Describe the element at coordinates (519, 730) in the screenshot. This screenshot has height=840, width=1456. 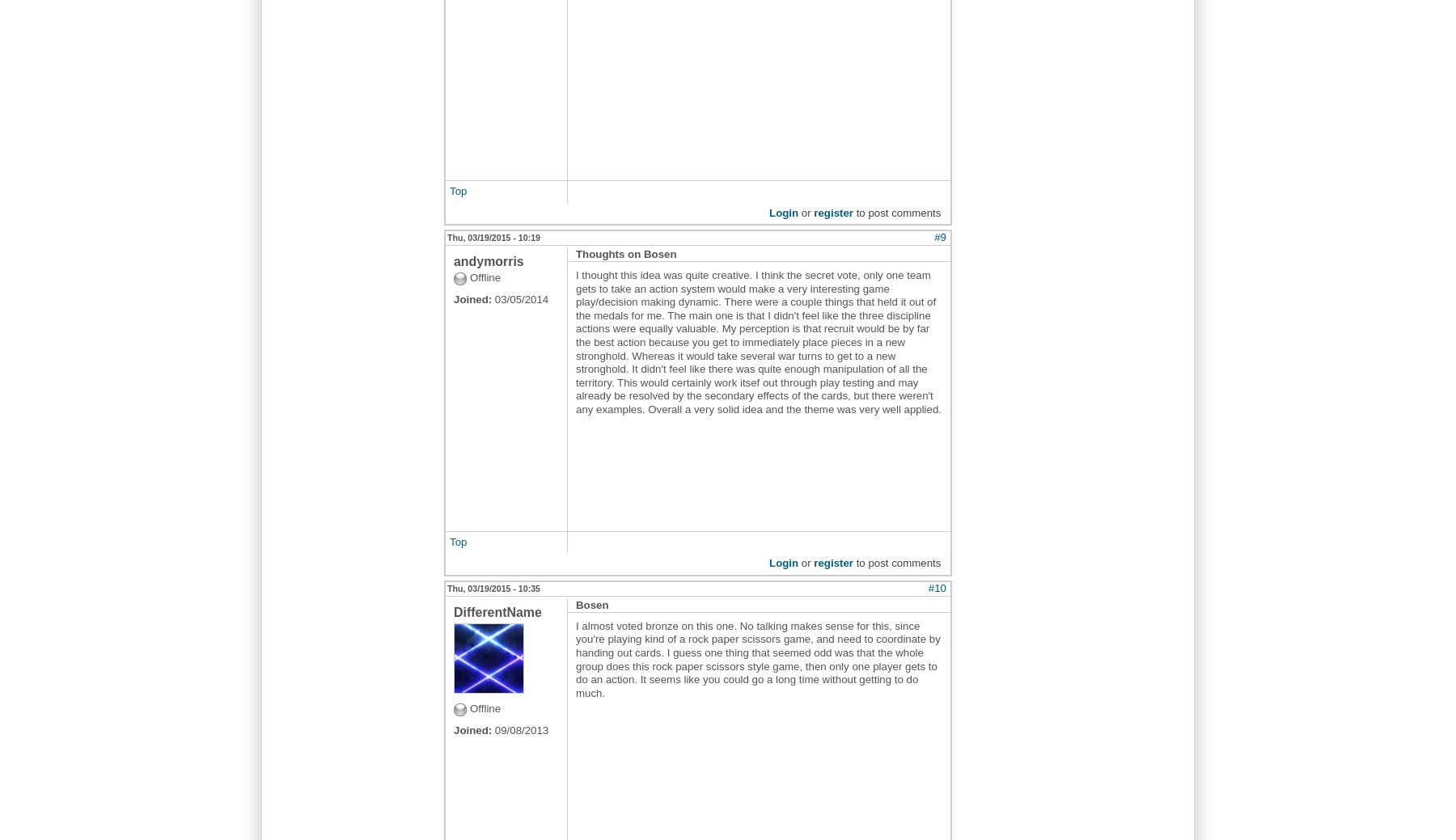
I see `'09/08/2013'` at that location.